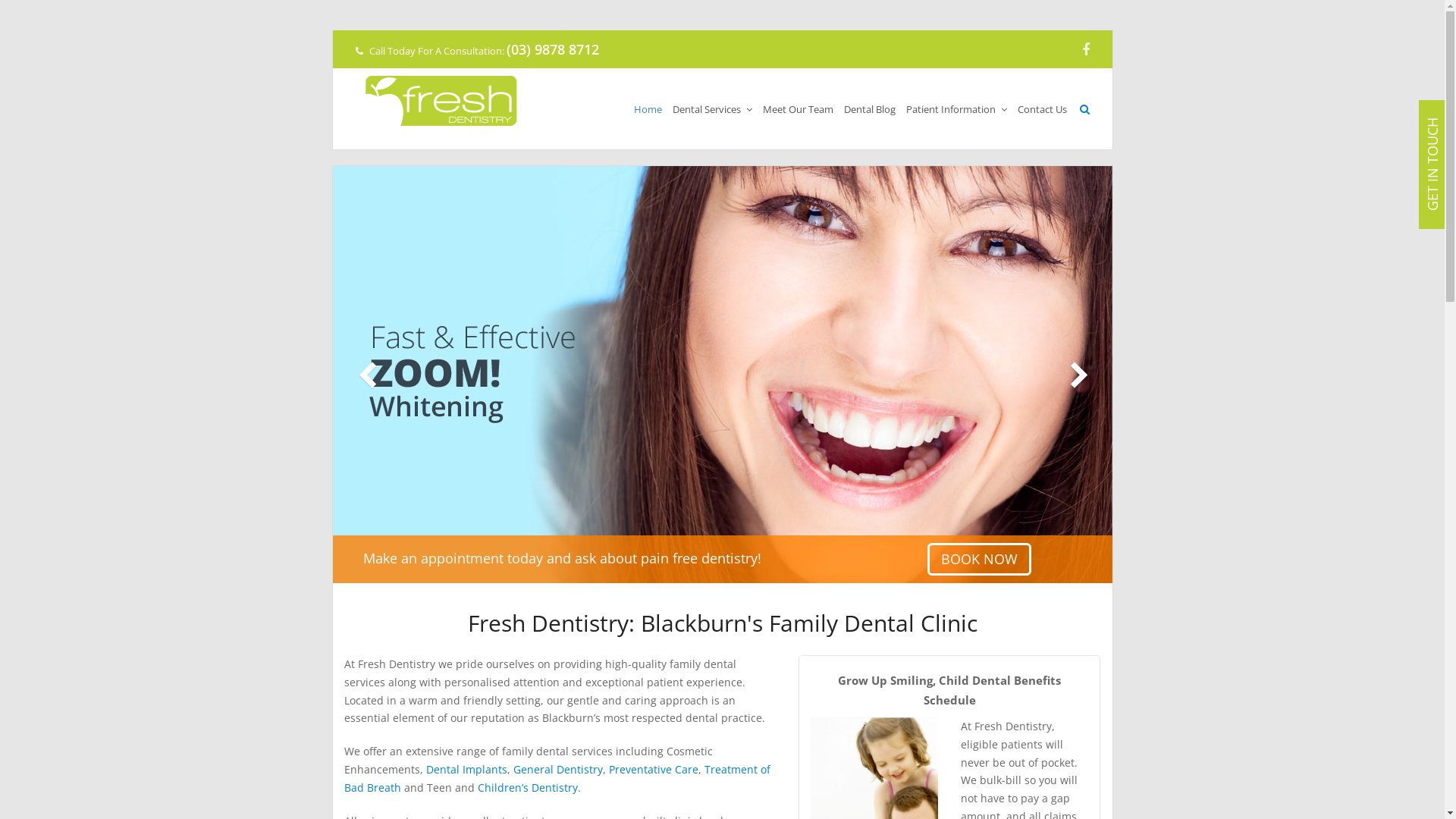  Describe the element at coordinates (435, 106) in the screenshot. I see `'Fresh Dentistry'` at that location.